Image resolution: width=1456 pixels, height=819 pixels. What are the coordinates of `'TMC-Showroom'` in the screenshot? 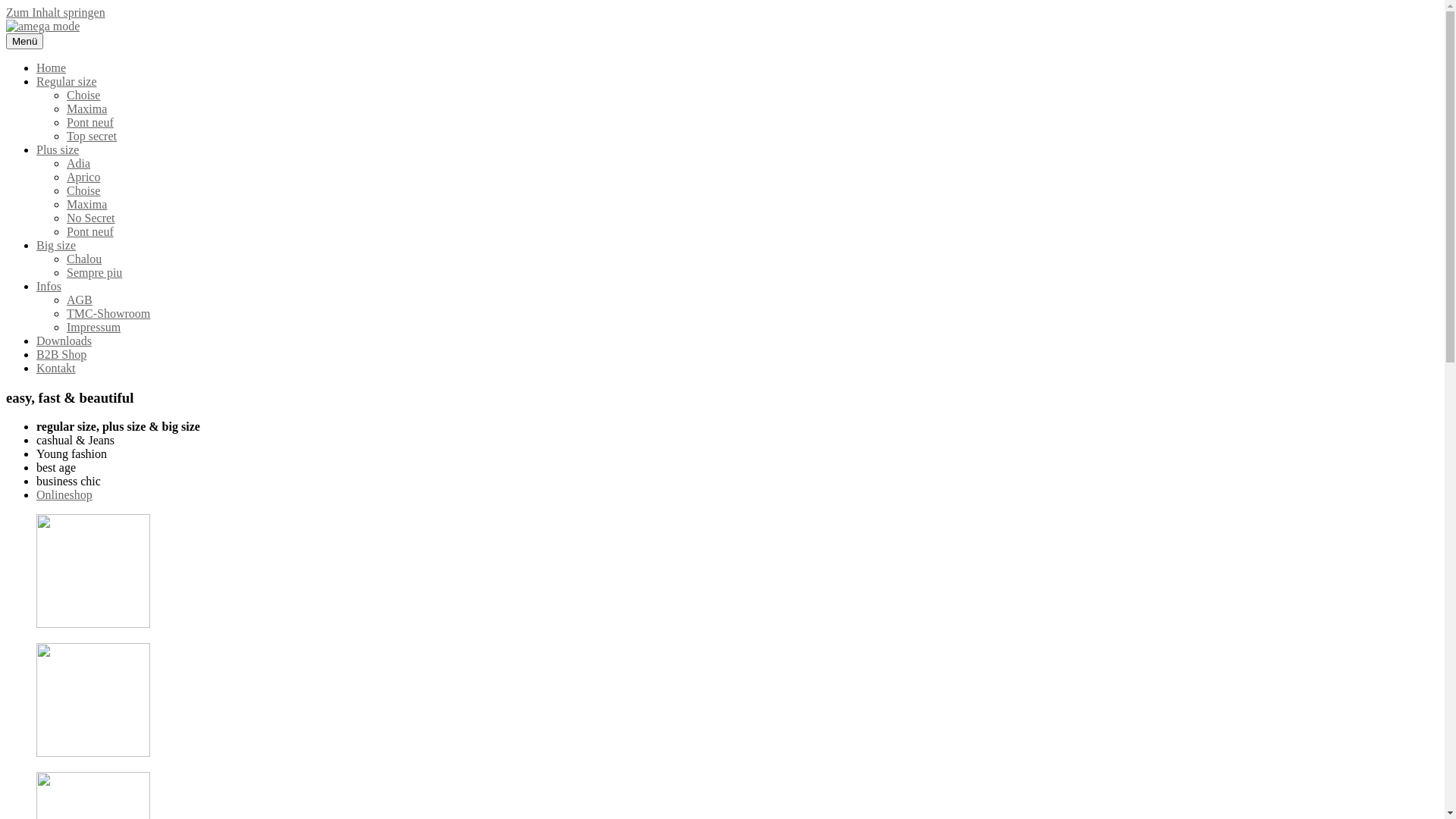 It's located at (108, 312).